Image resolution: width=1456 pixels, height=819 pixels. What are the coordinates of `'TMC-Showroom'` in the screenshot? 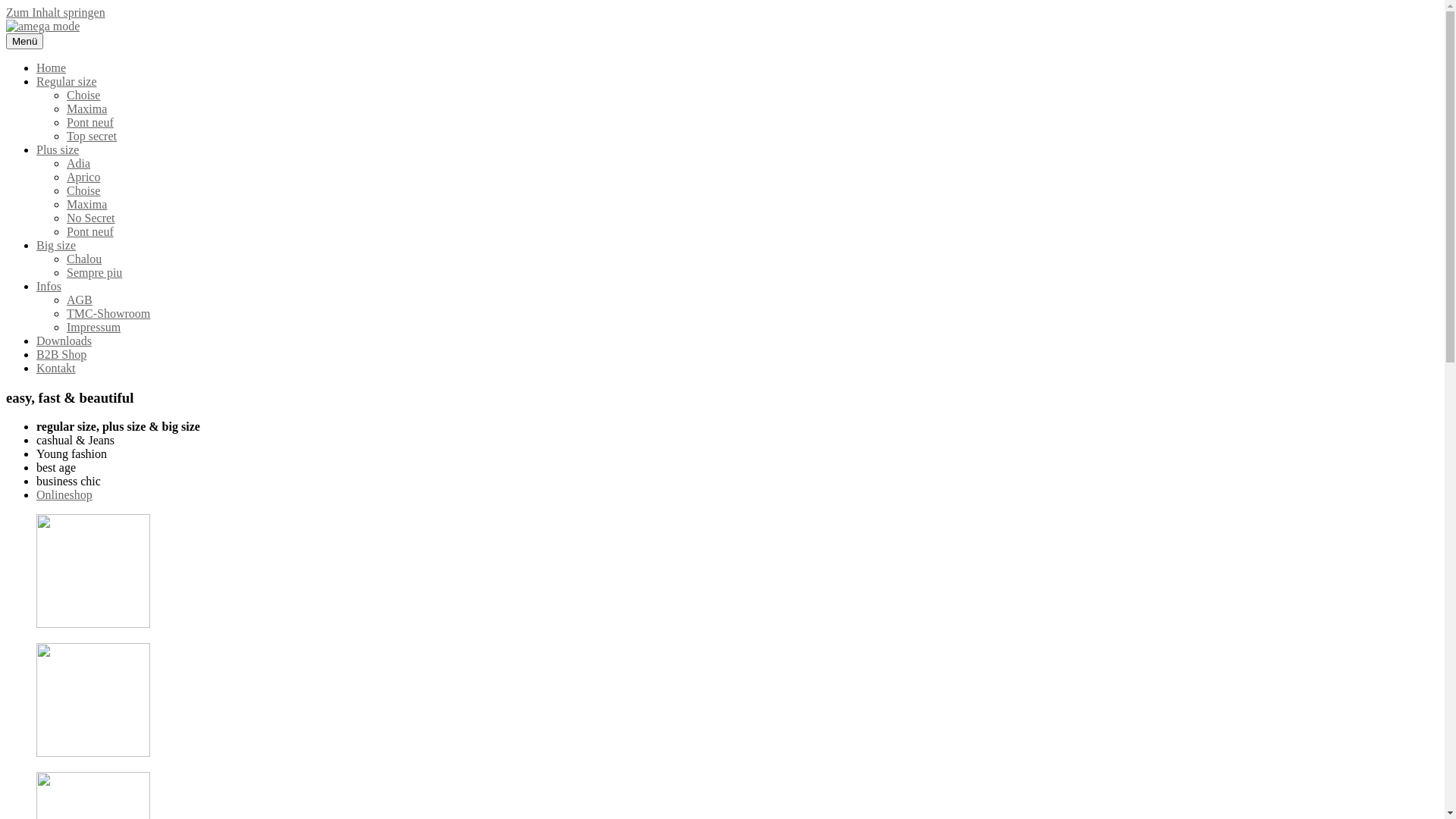 It's located at (108, 312).